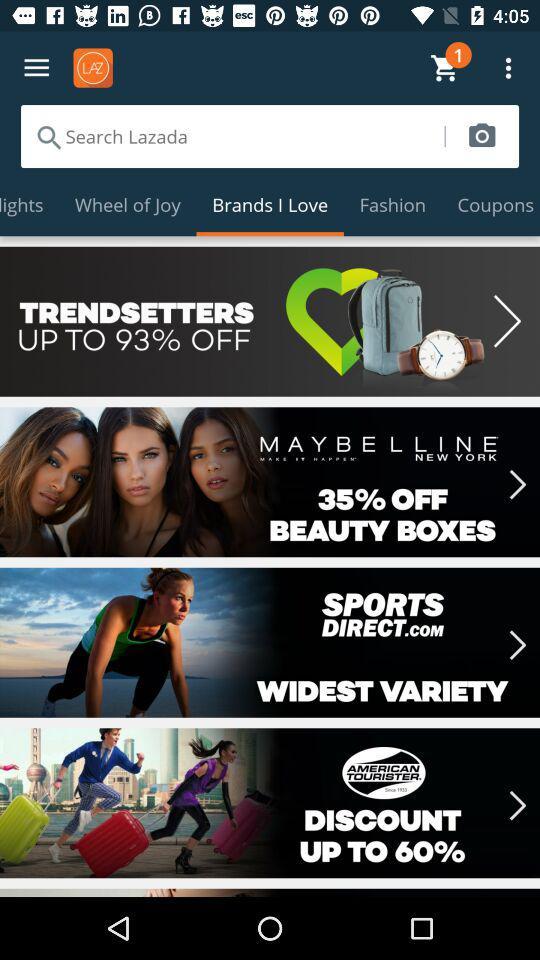 This screenshot has height=960, width=540. What do you see at coordinates (270, 481) in the screenshot?
I see `opens offer for shopping` at bounding box center [270, 481].